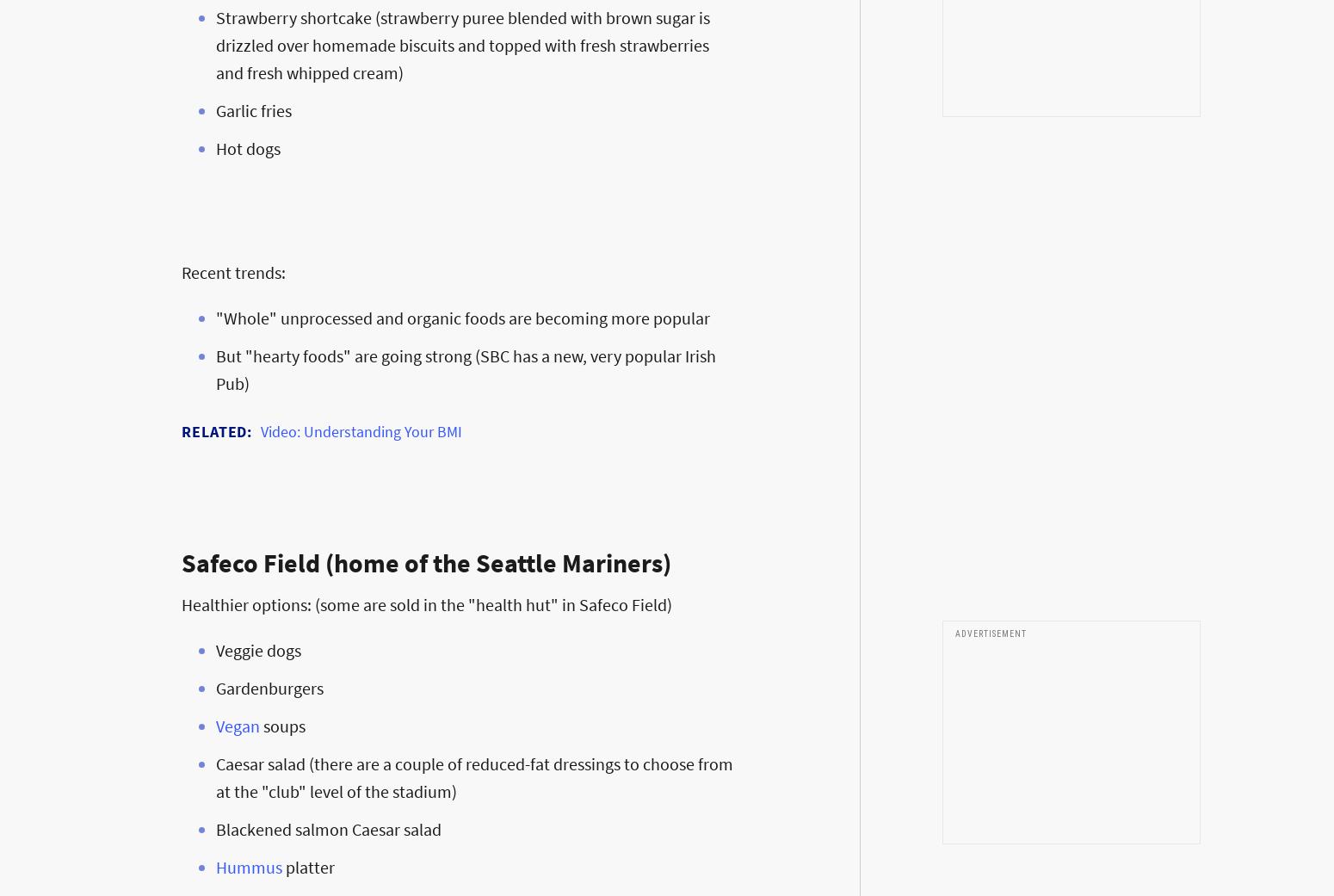  Describe the element at coordinates (215, 688) in the screenshot. I see `'Gardenburgers'` at that location.